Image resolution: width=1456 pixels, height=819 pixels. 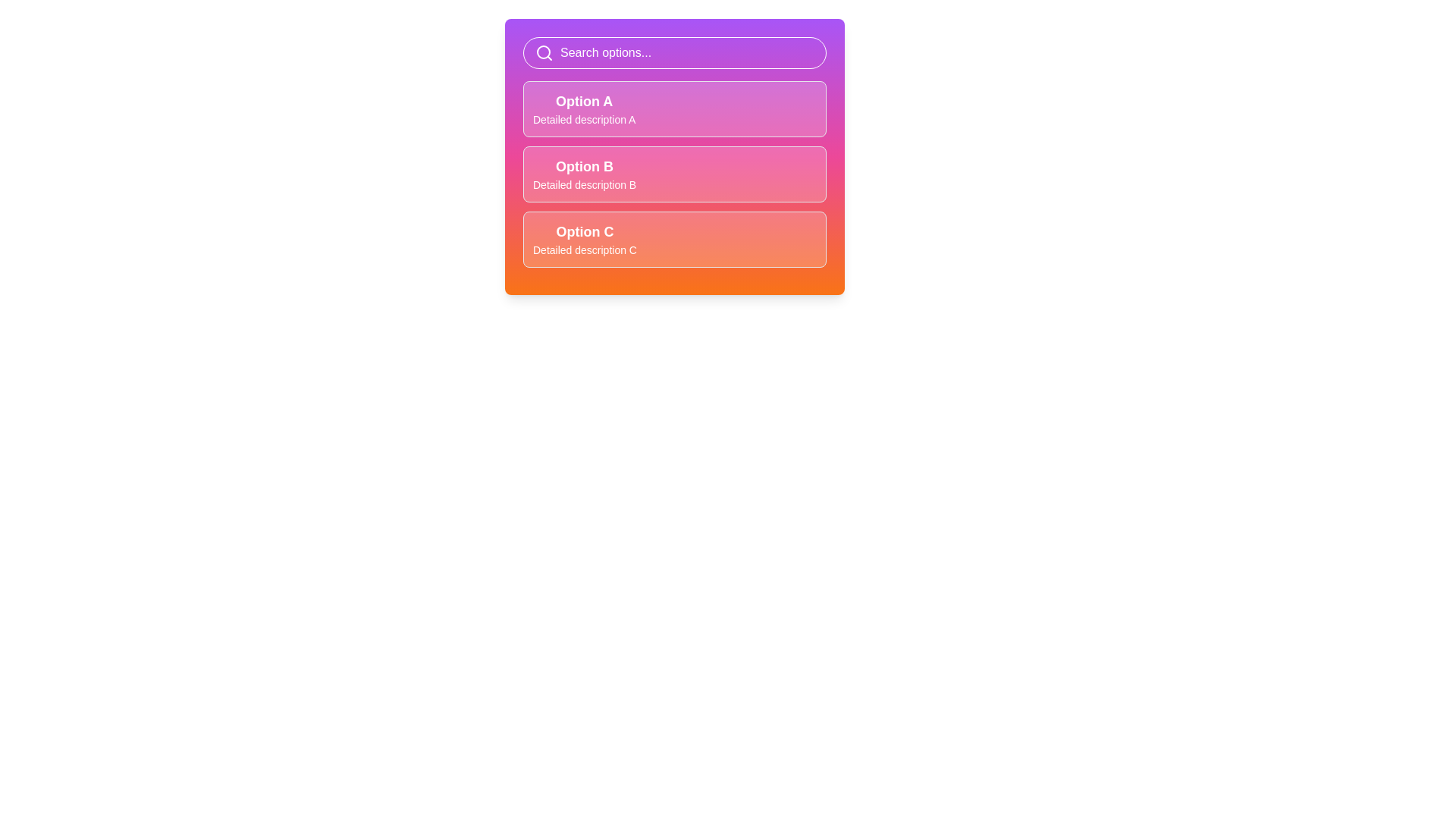 I want to click on the SVG-based icon that serves as a visual cue for the search bar, located at the top of the interface, aligned to the left edge of the input field, so click(x=544, y=52).